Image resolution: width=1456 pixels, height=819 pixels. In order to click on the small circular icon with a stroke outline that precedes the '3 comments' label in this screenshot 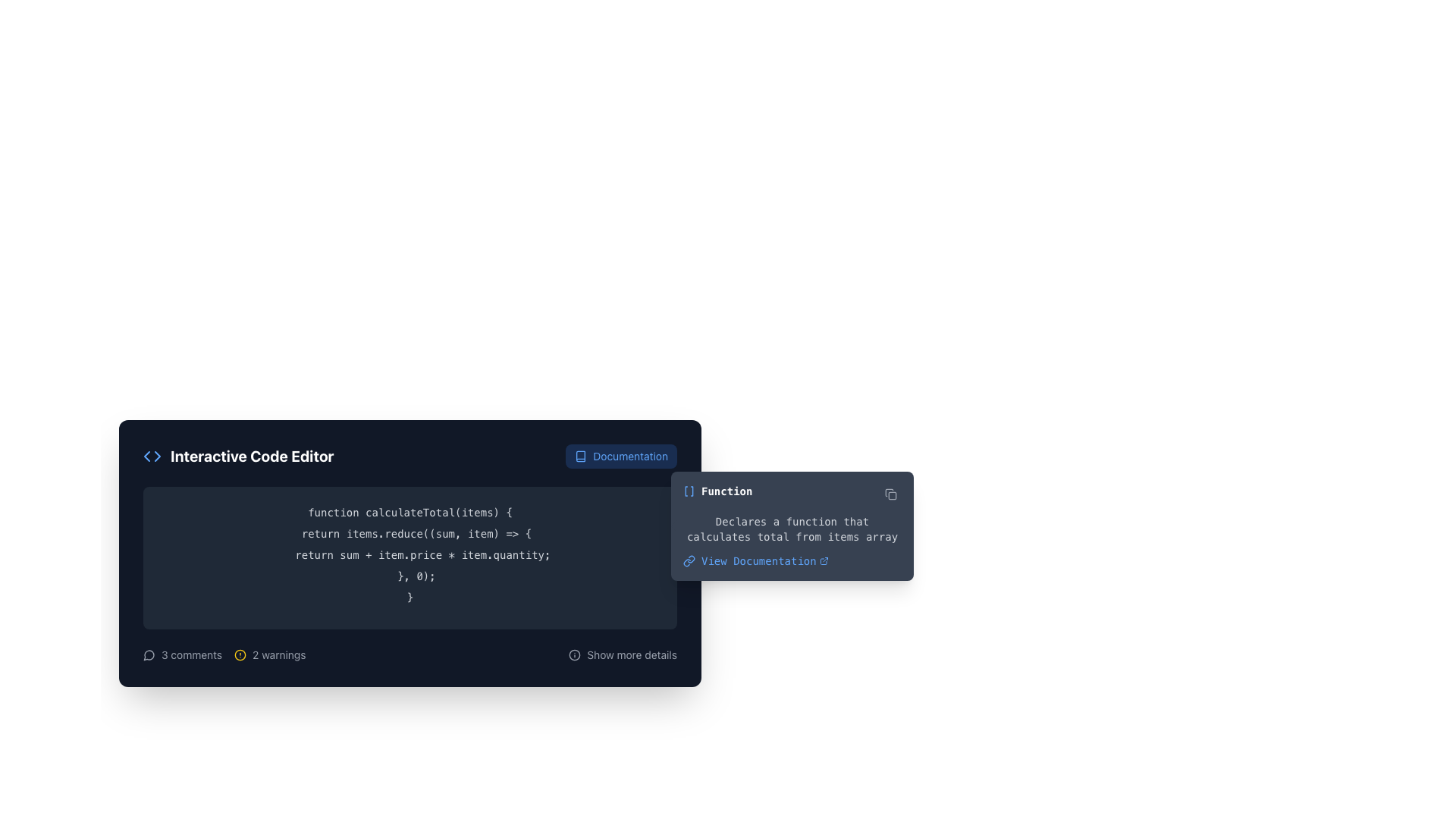, I will do `click(149, 654)`.